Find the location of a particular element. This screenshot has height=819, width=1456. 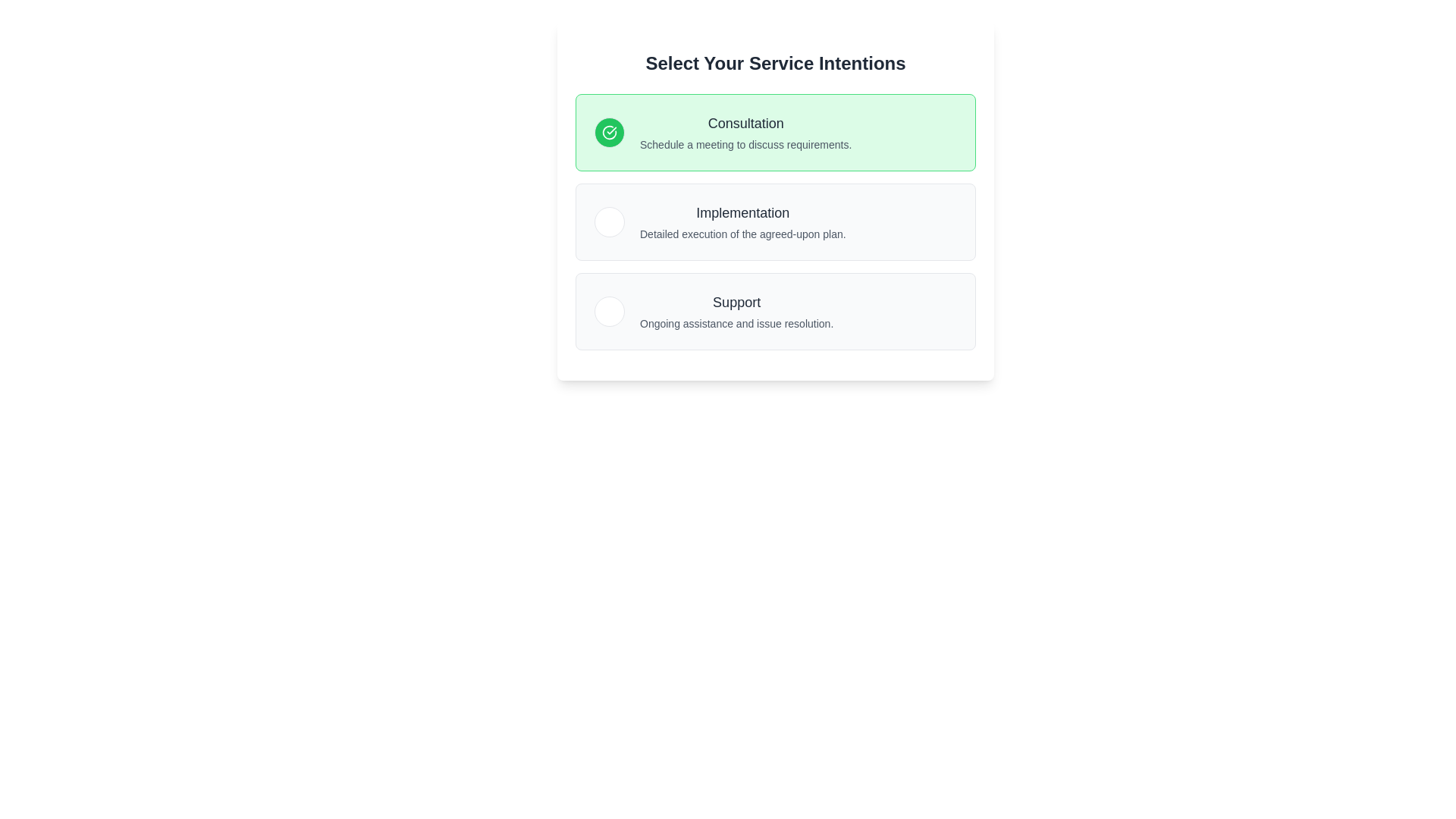

the button that confirms or selects the 'Consultation' option, located to the left of the 'Consultation' section is located at coordinates (610, 131).